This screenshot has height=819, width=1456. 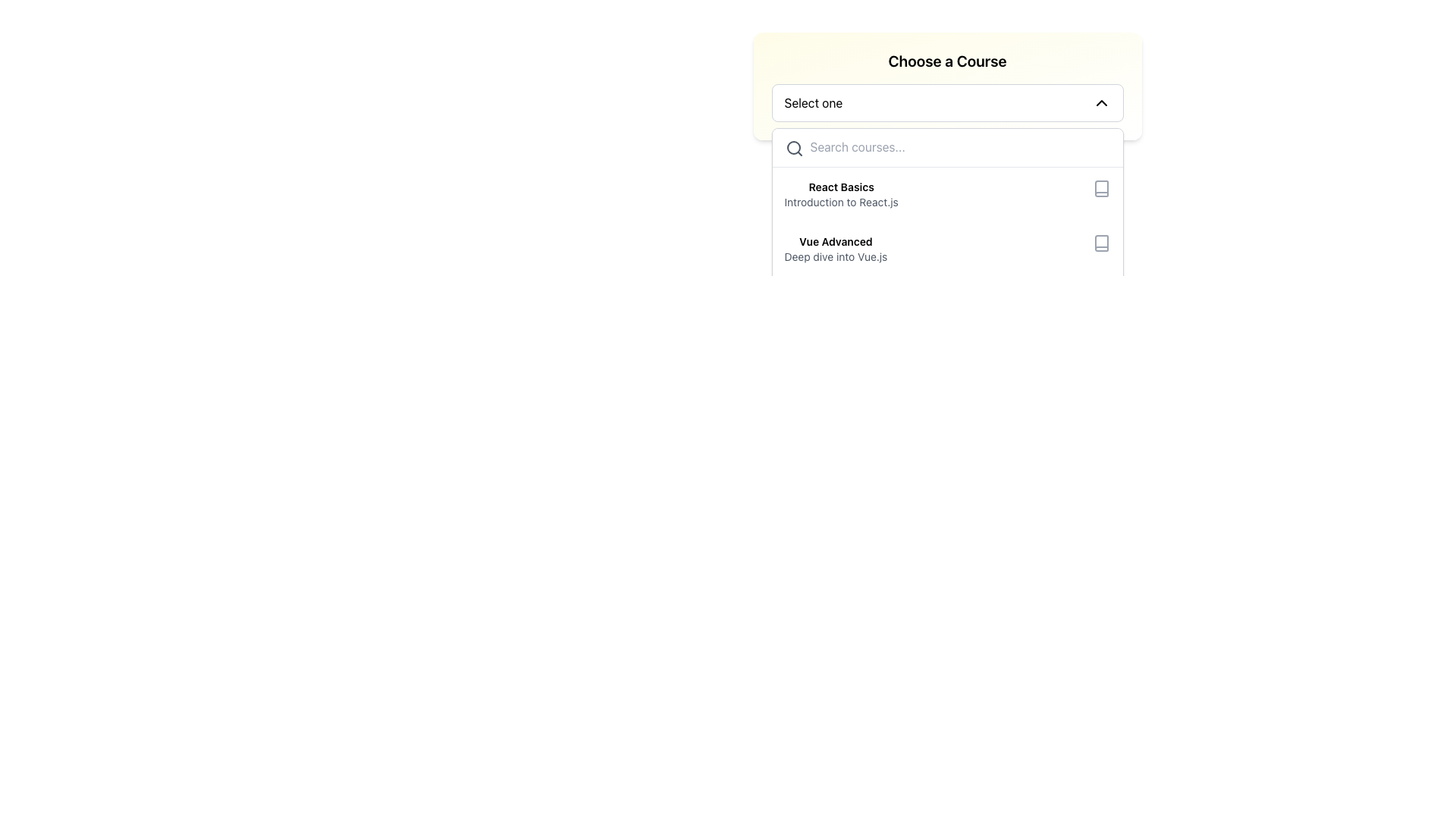 What do you see at coordinates (793, 147) in the screenshot?
I see `the circular part of the magnifying glass icon located in the top-left corner of the autocomplete dropdown menu, adjacent to the search input field` at bounding box center [793, 147].